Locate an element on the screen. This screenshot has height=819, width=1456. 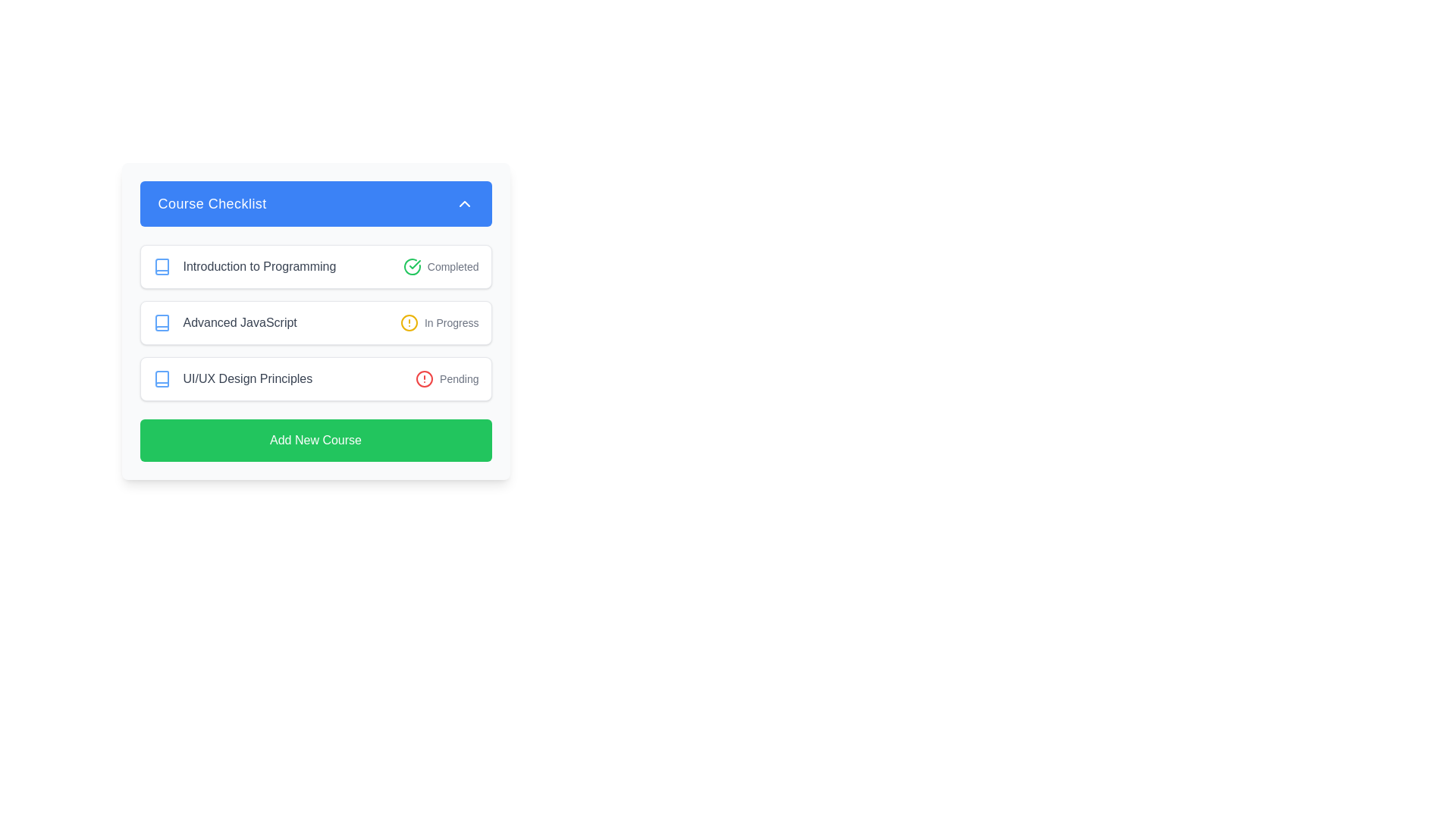
the list item representing the course 'Advanced JavaScript' in the Course Checklist, which is the second item in the vertical list is located at coordinates (315, 322).